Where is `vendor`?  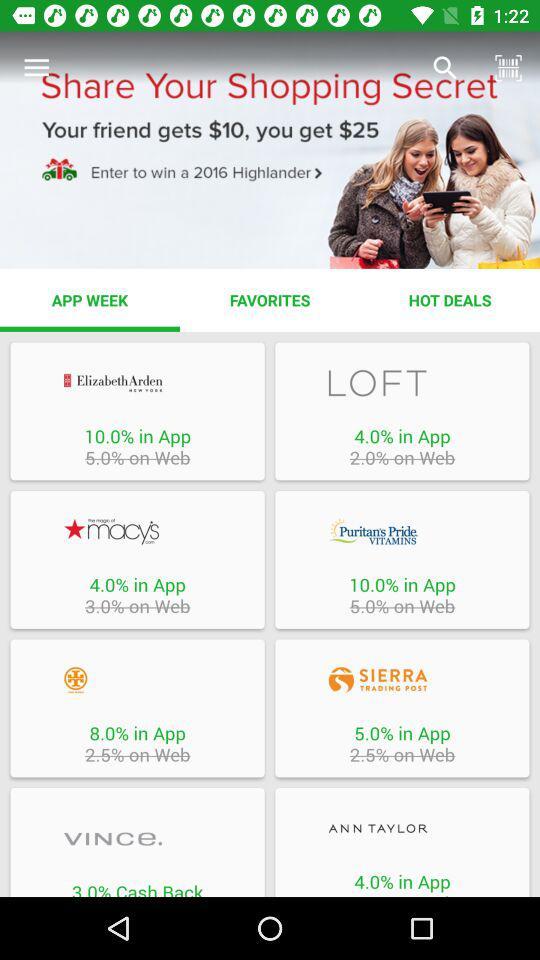
vendor is located at coordinates (136, 680).